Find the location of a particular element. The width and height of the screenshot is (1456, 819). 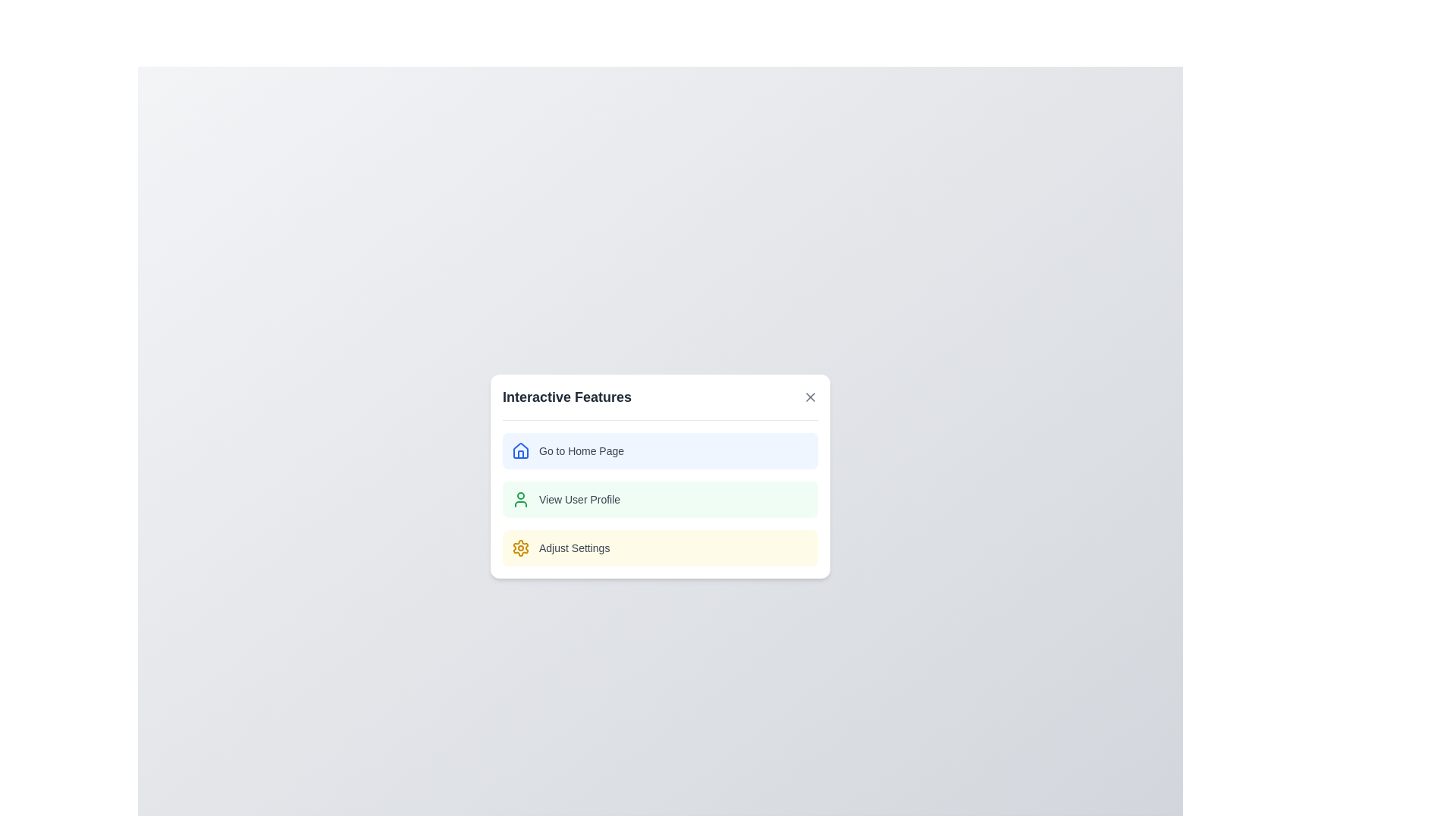

the light green button with rounded edges labeled 'View User Profile' is located at coordinates (660, 499).